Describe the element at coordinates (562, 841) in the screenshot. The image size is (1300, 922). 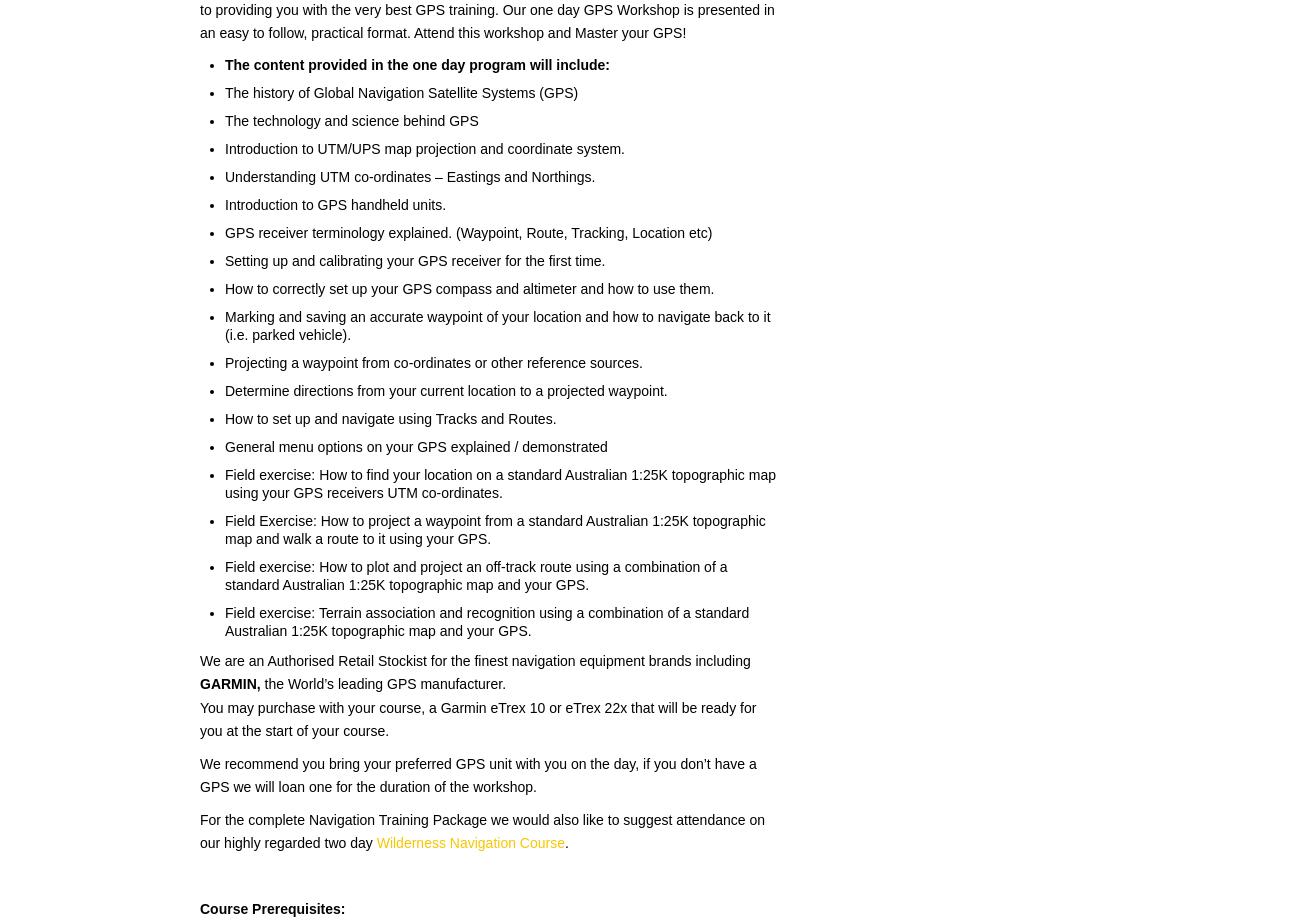
I see `'.'` at that location.